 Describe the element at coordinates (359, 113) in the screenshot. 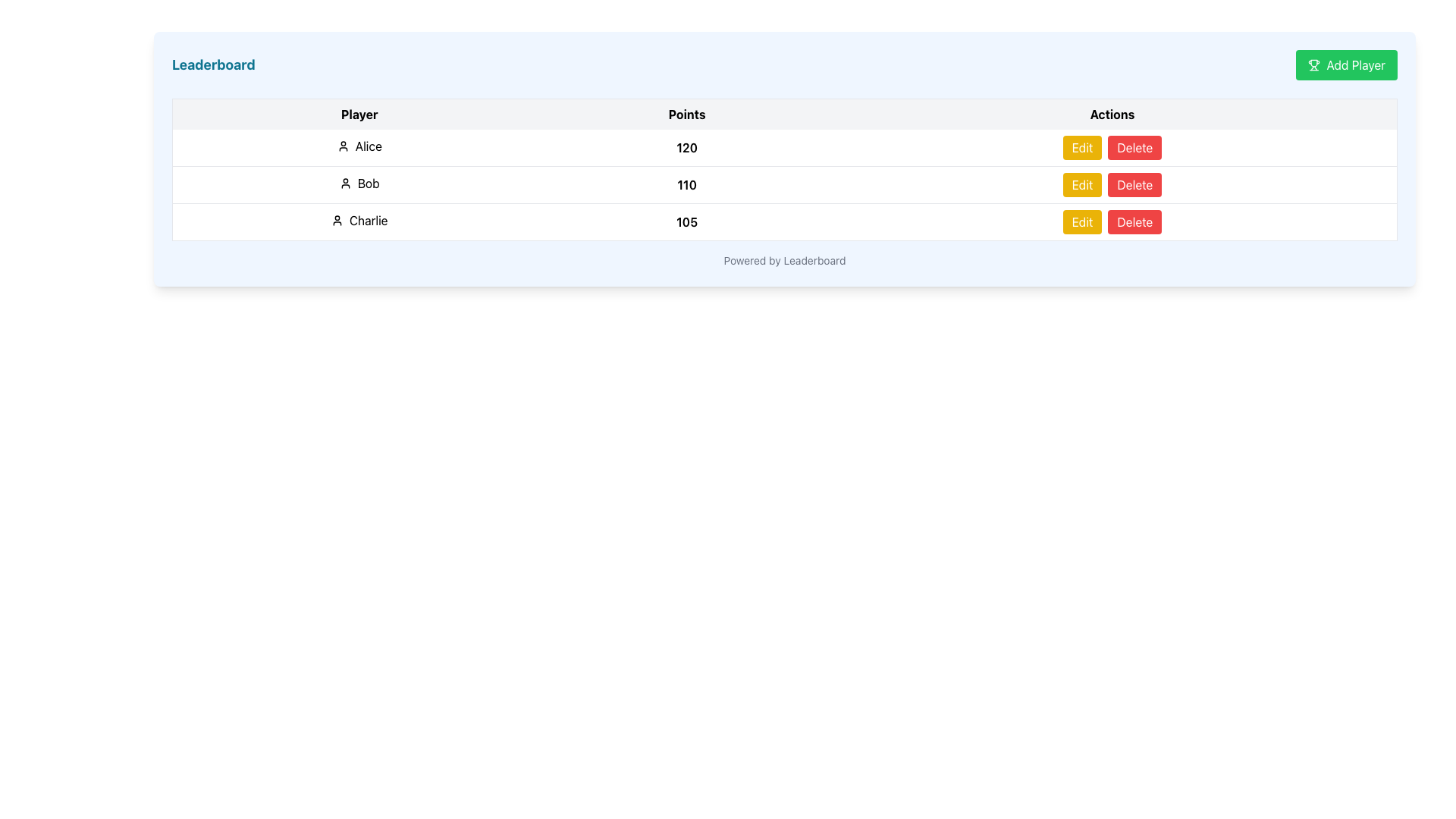

I see `the 'Player' text label, which is the first column header in a table indicating players' names` at that location.